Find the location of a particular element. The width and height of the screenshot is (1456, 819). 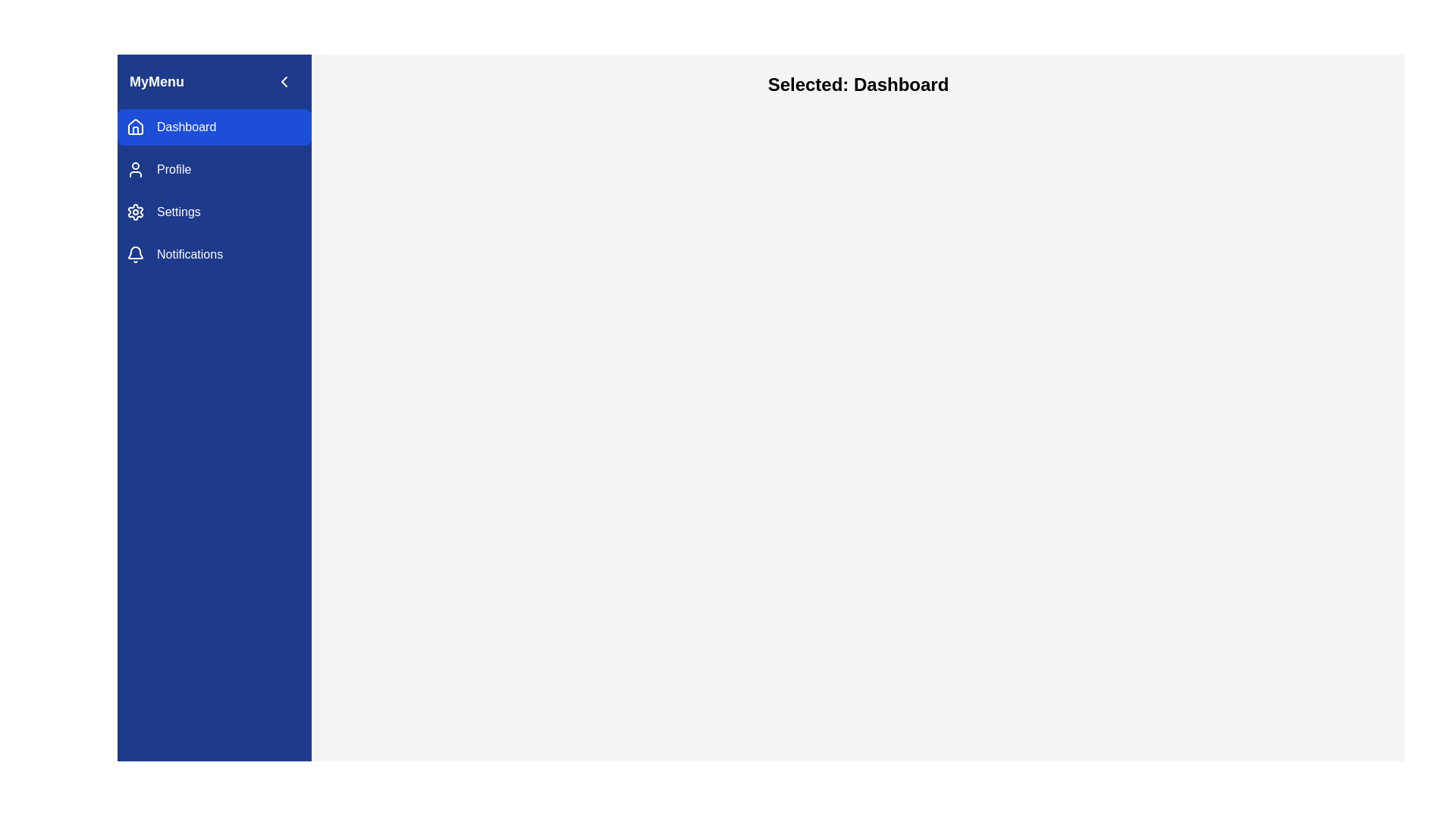

the navigation menu item located in the left sidebar, positioned second below 'Dashboard' and above 'Settings' is located at coordinates (214, 169).